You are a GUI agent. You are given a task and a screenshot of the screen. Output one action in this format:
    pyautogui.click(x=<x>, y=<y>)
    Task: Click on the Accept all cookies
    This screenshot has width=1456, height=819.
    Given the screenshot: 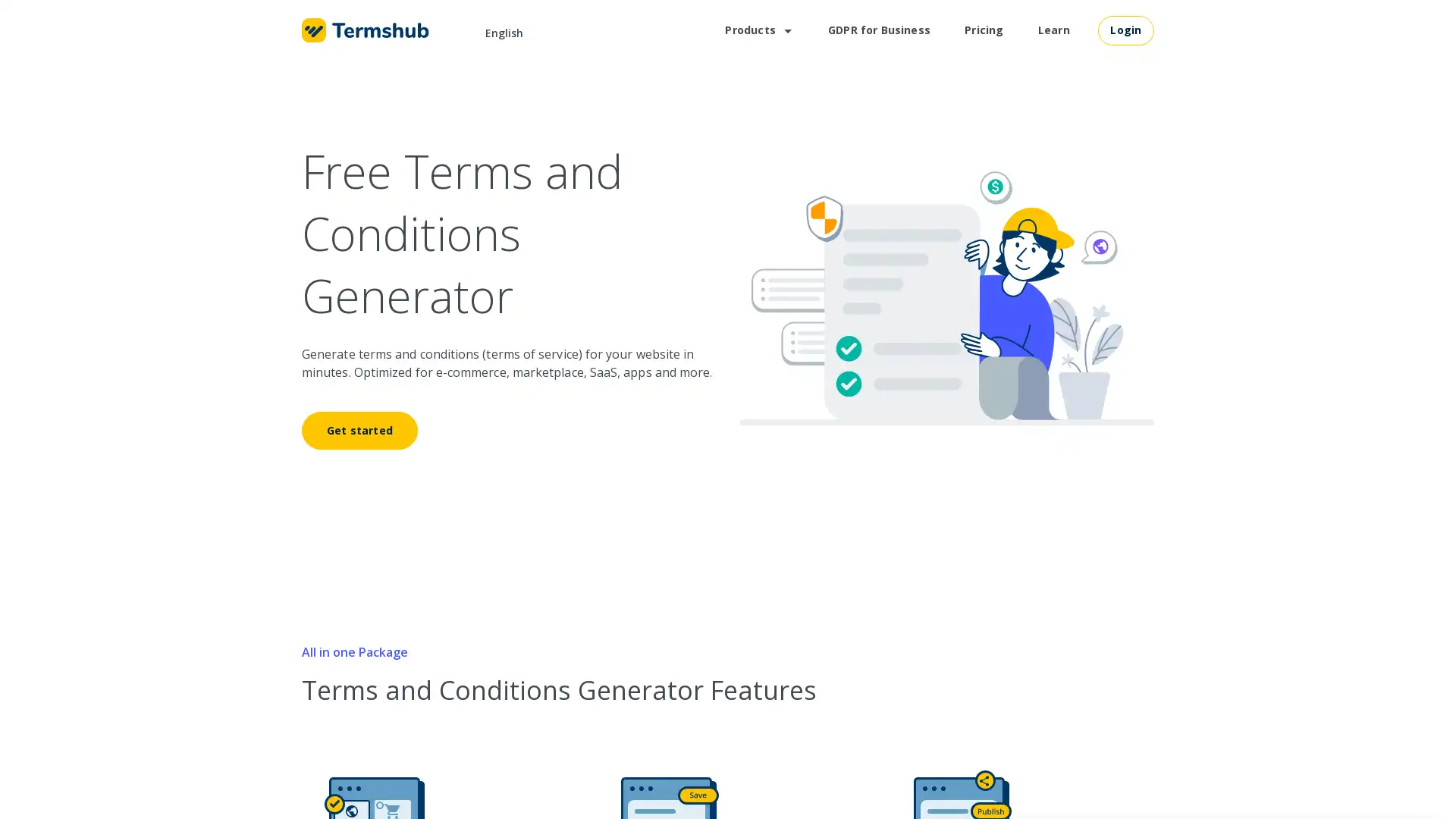 What is the action you would take?
    pyautogui.click(x=1361, y=767)
    